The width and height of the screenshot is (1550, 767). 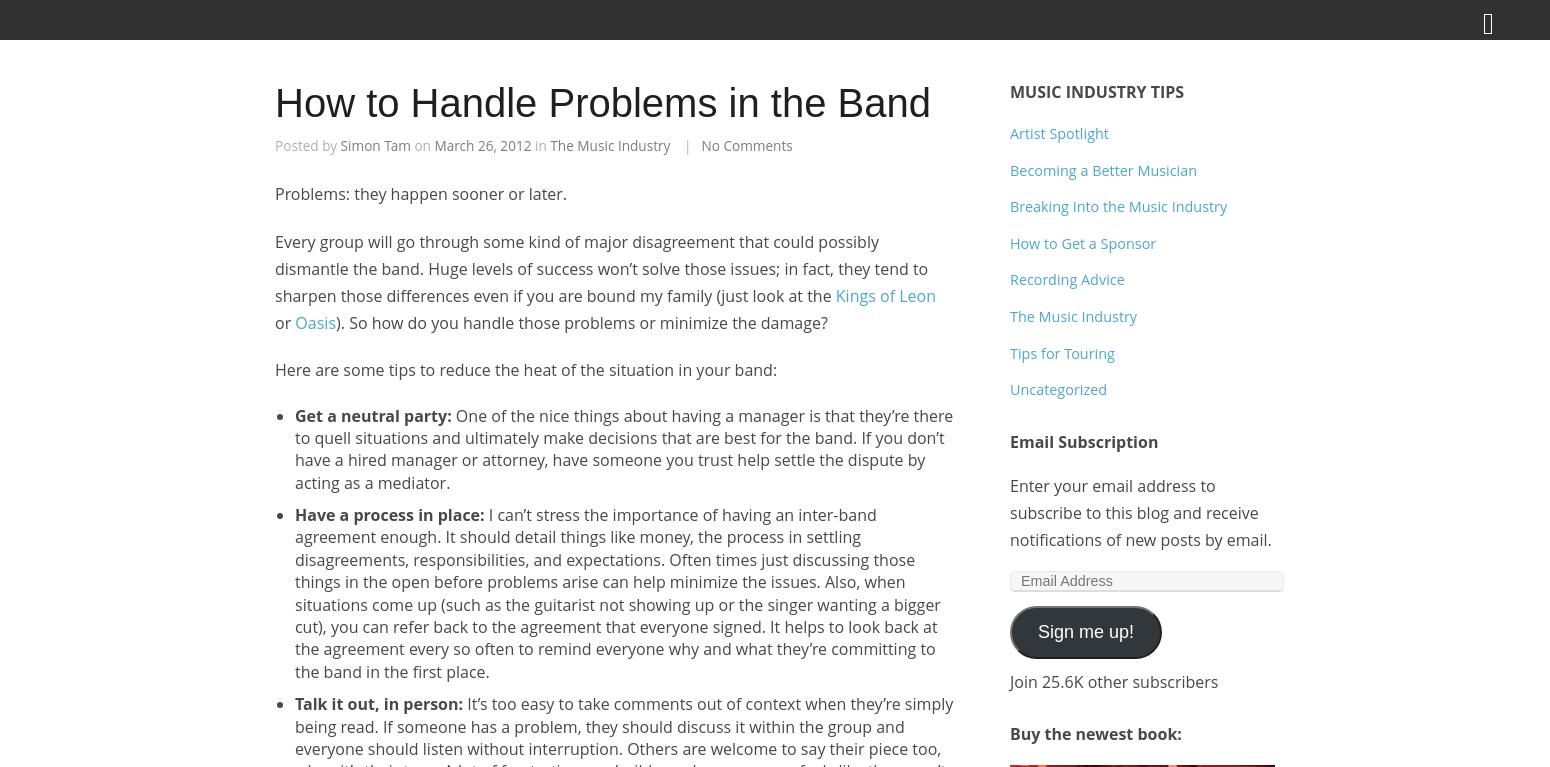 What do you see at coordinates (1084, 440) in the screenshot?
I see `'Email Subscription'` at bounding box center [1084, 440].